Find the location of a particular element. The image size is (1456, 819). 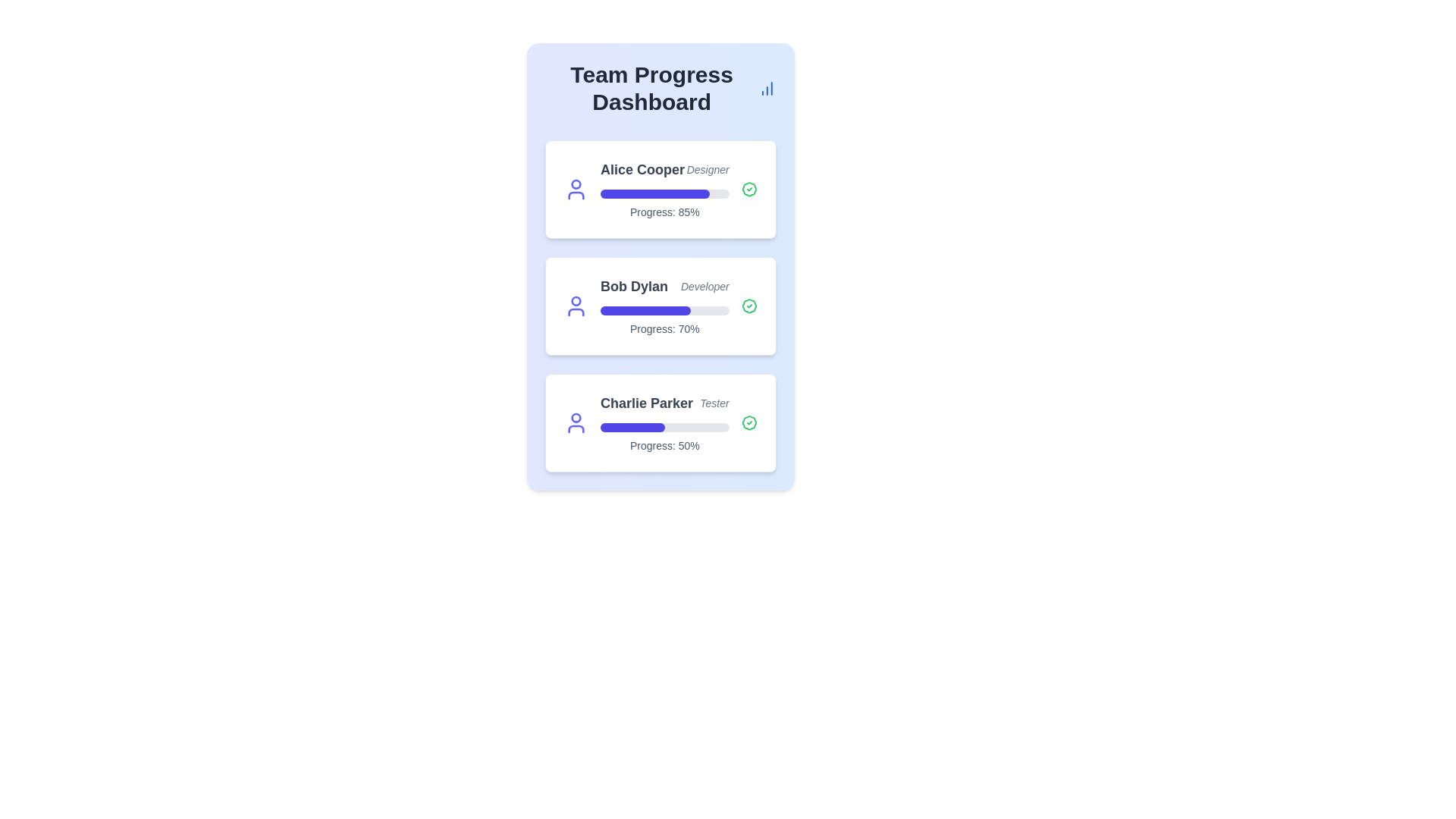

the text element displaying 'Alice Cooper' in bold dark gray is located at coordinates (642, 169).